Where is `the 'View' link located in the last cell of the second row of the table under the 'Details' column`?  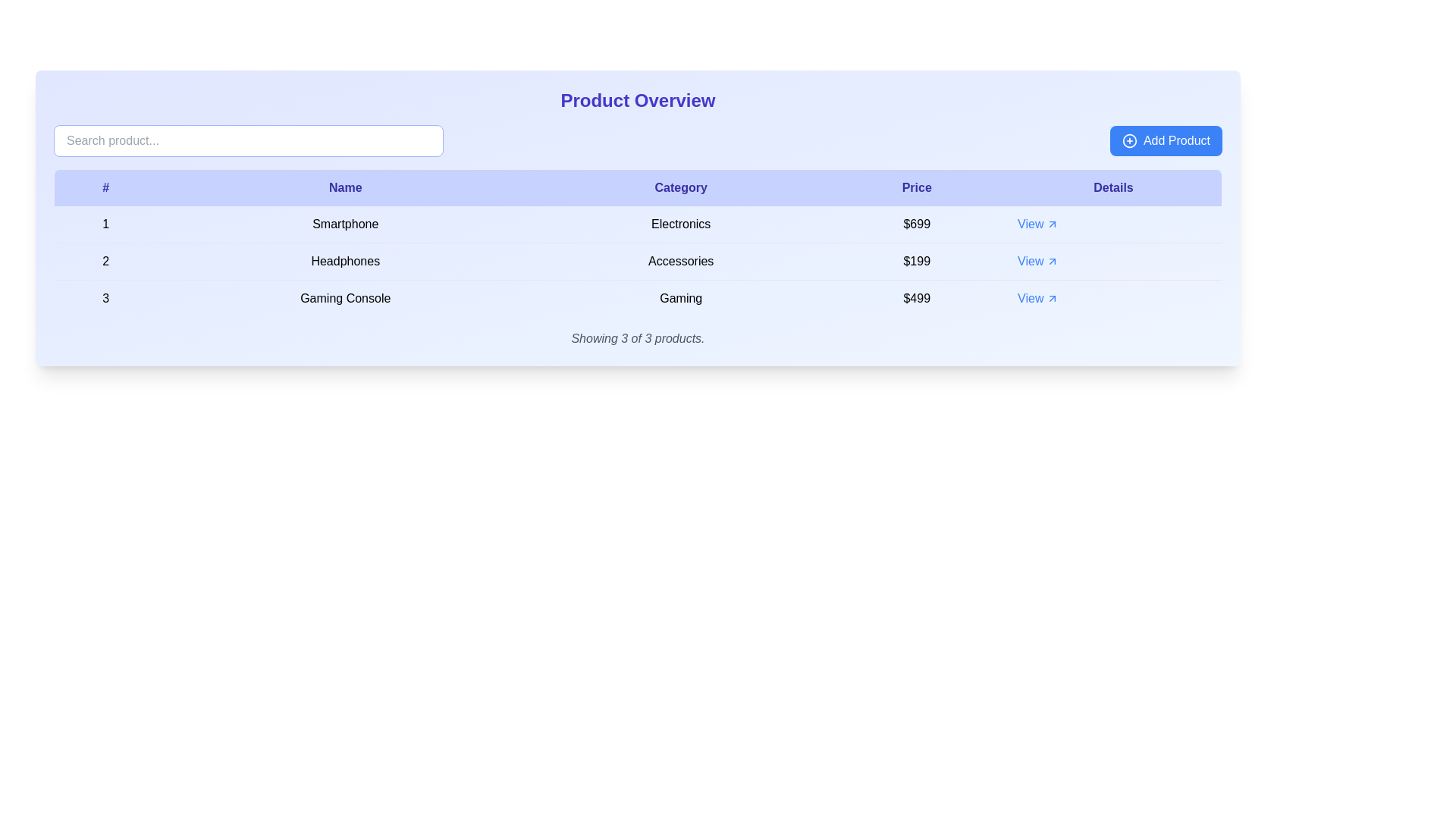 the 'View' link located in the last cell of the second row of the table under the 'Details' column is located at coordinates (1113, 260).